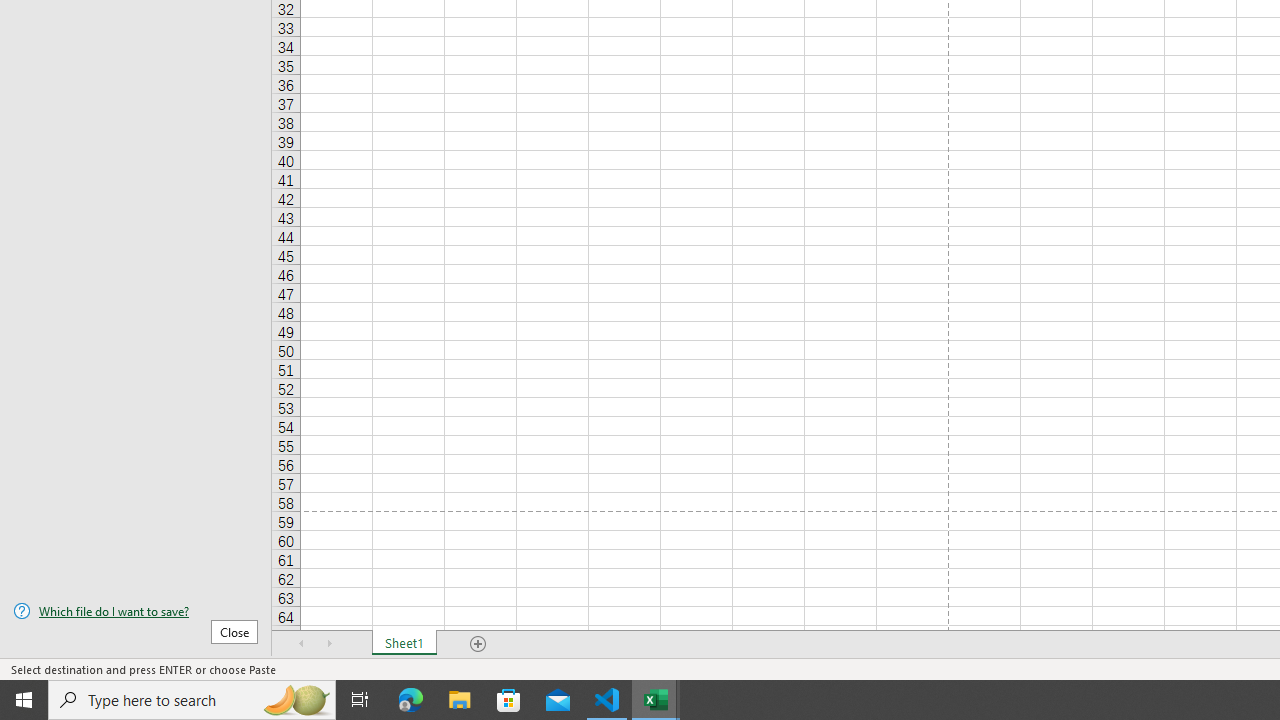 The image size is (1280, 720). What do you see at coordinates (294, 698) in the screenshot?
I see `'Search highlights icon opens search home window'` at bounding box center [294, 698].